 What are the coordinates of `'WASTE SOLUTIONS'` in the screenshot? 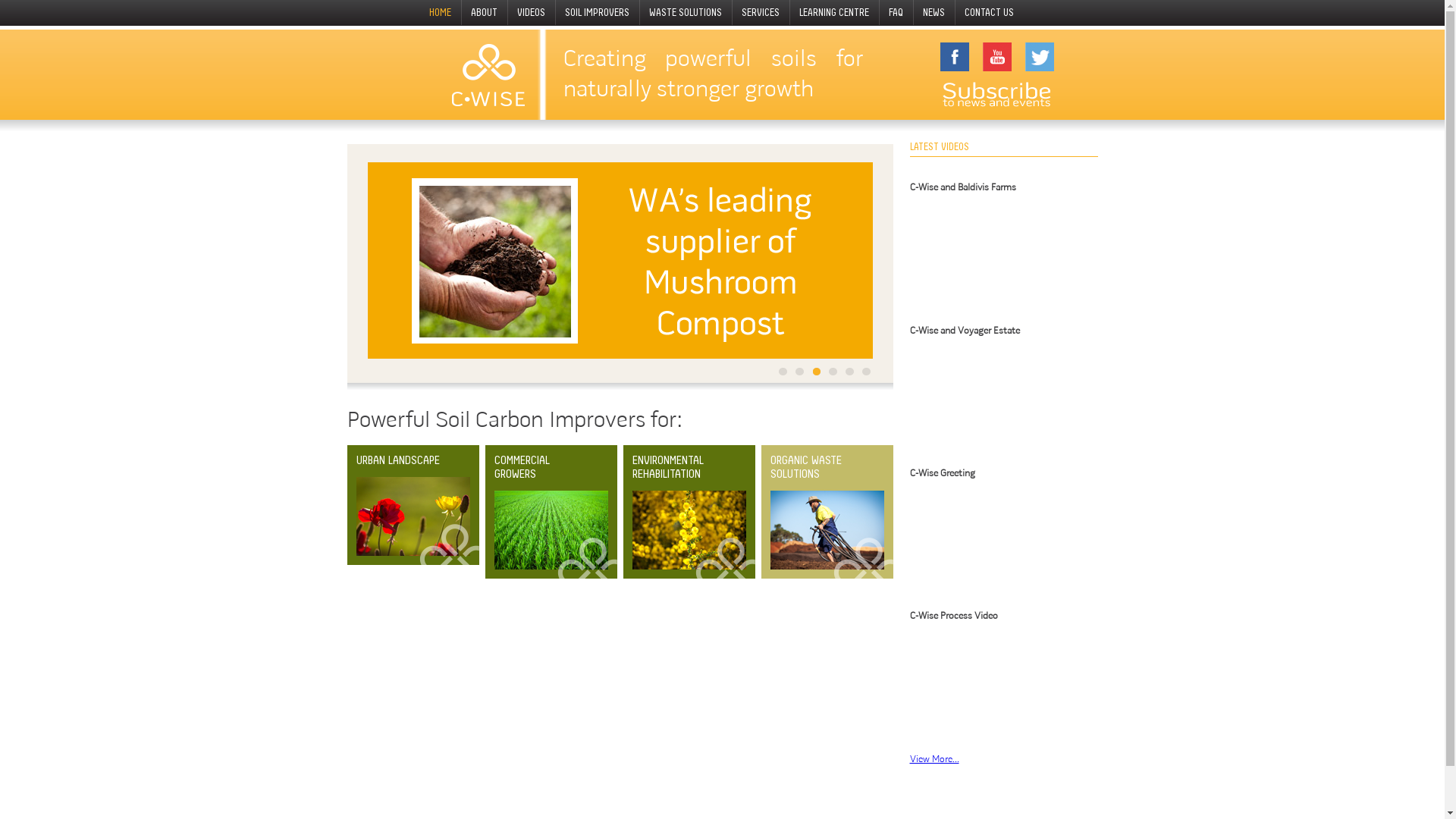 It's located at (640, 12).